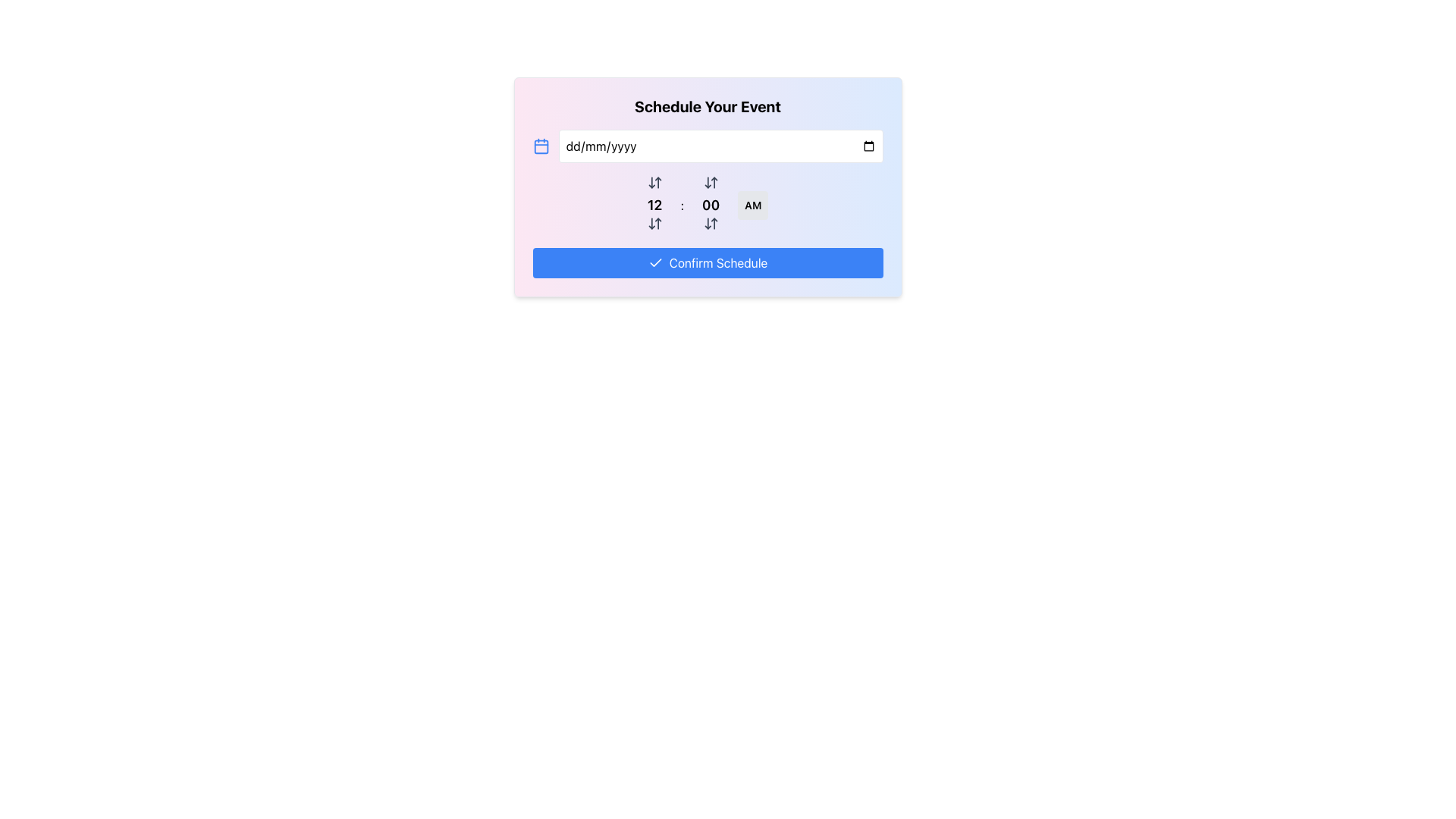 The image size is (1456, 819). Describe the element at coordinates (753, 205) in the screenshot. I see `the 'AM' toggle button located to the far right of the time input section, adjacent to the minute field ('00')` at that location.